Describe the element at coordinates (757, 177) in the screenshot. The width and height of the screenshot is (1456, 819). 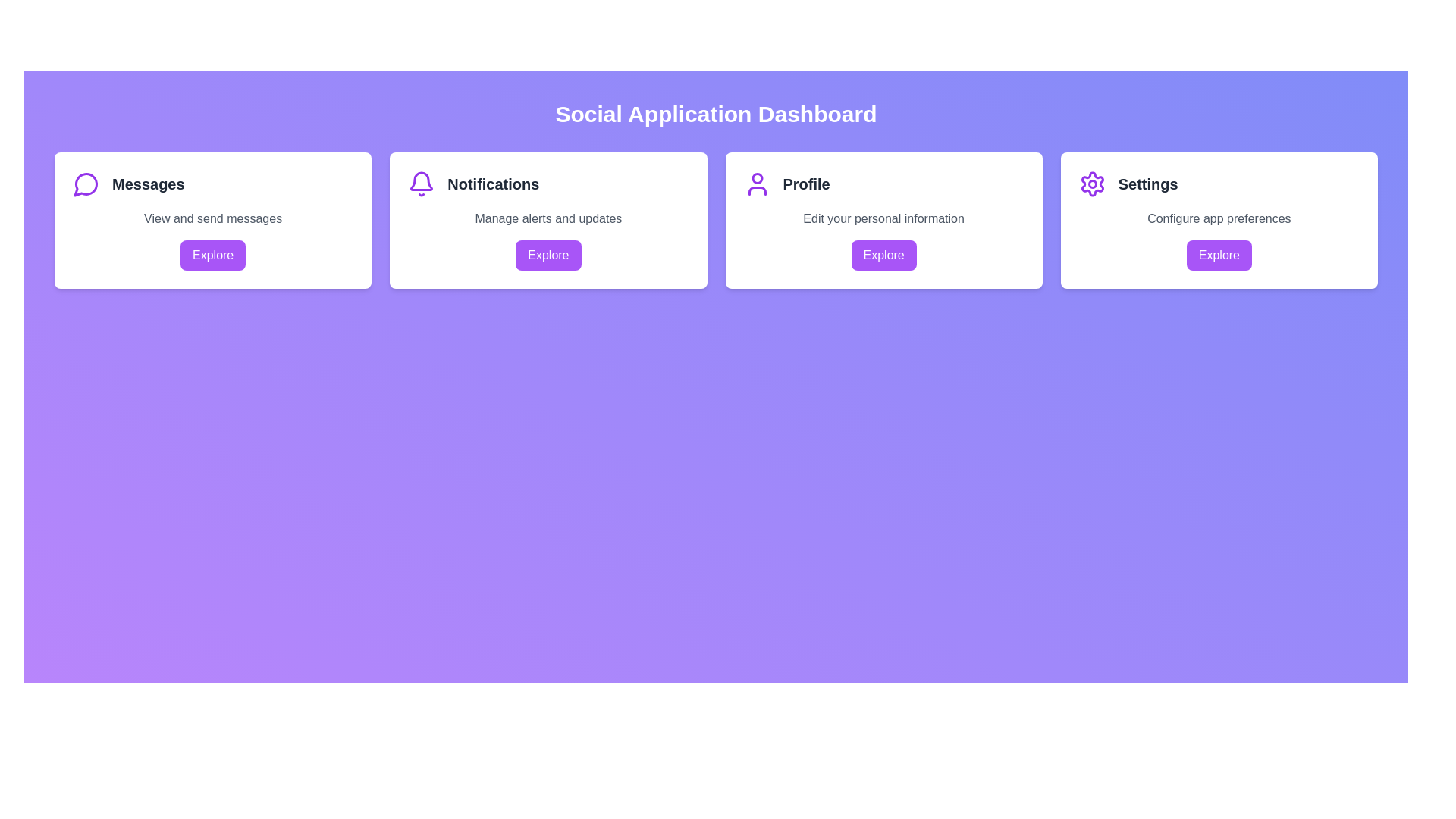
I see `the decorative graphical element representing the user's head in the profile section, located next to the notifications section` at that location.